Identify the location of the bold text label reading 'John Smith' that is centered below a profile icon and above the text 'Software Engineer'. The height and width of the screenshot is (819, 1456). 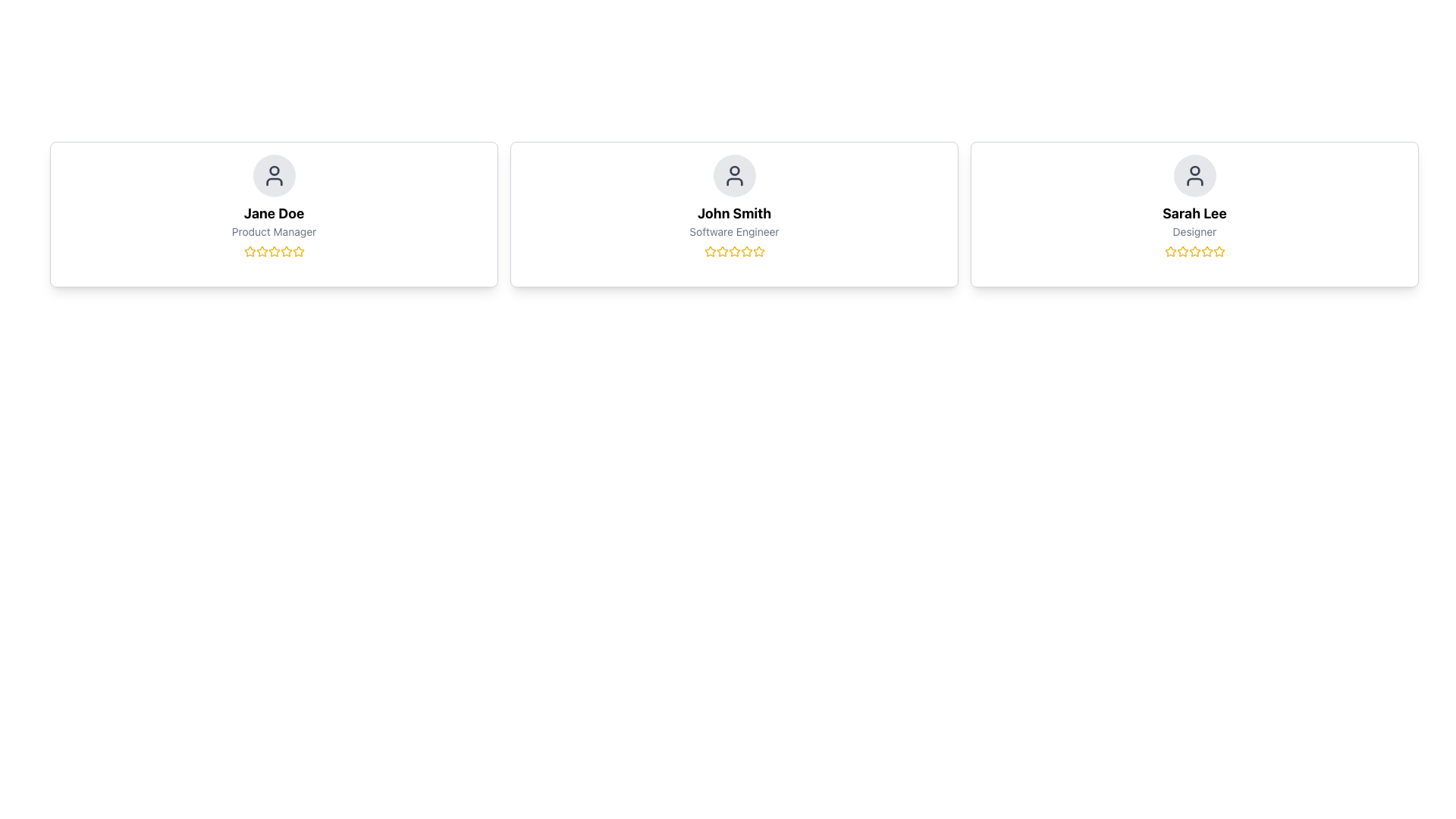
(734, 213).